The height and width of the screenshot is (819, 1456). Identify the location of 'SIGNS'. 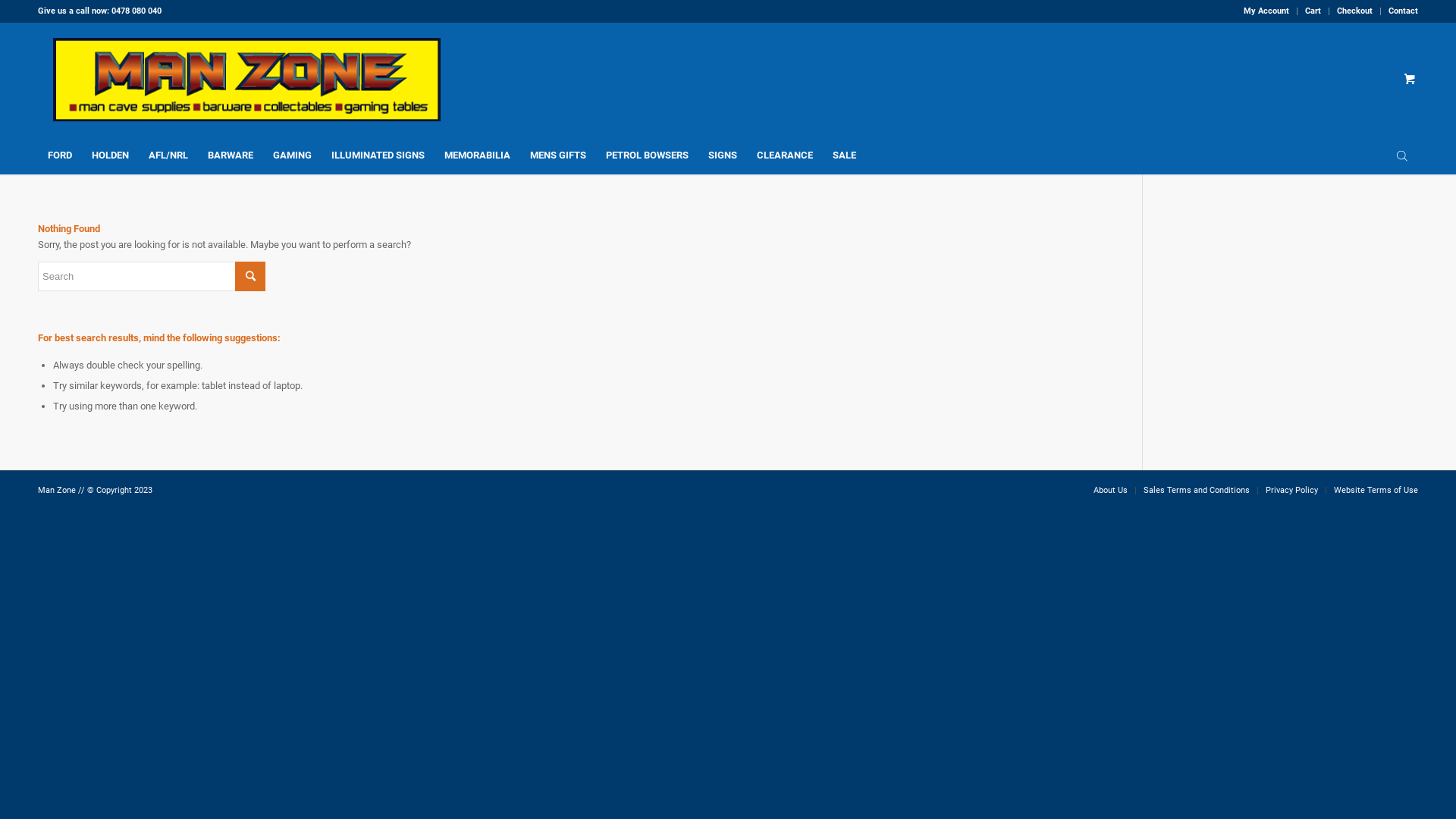
(722, 155).